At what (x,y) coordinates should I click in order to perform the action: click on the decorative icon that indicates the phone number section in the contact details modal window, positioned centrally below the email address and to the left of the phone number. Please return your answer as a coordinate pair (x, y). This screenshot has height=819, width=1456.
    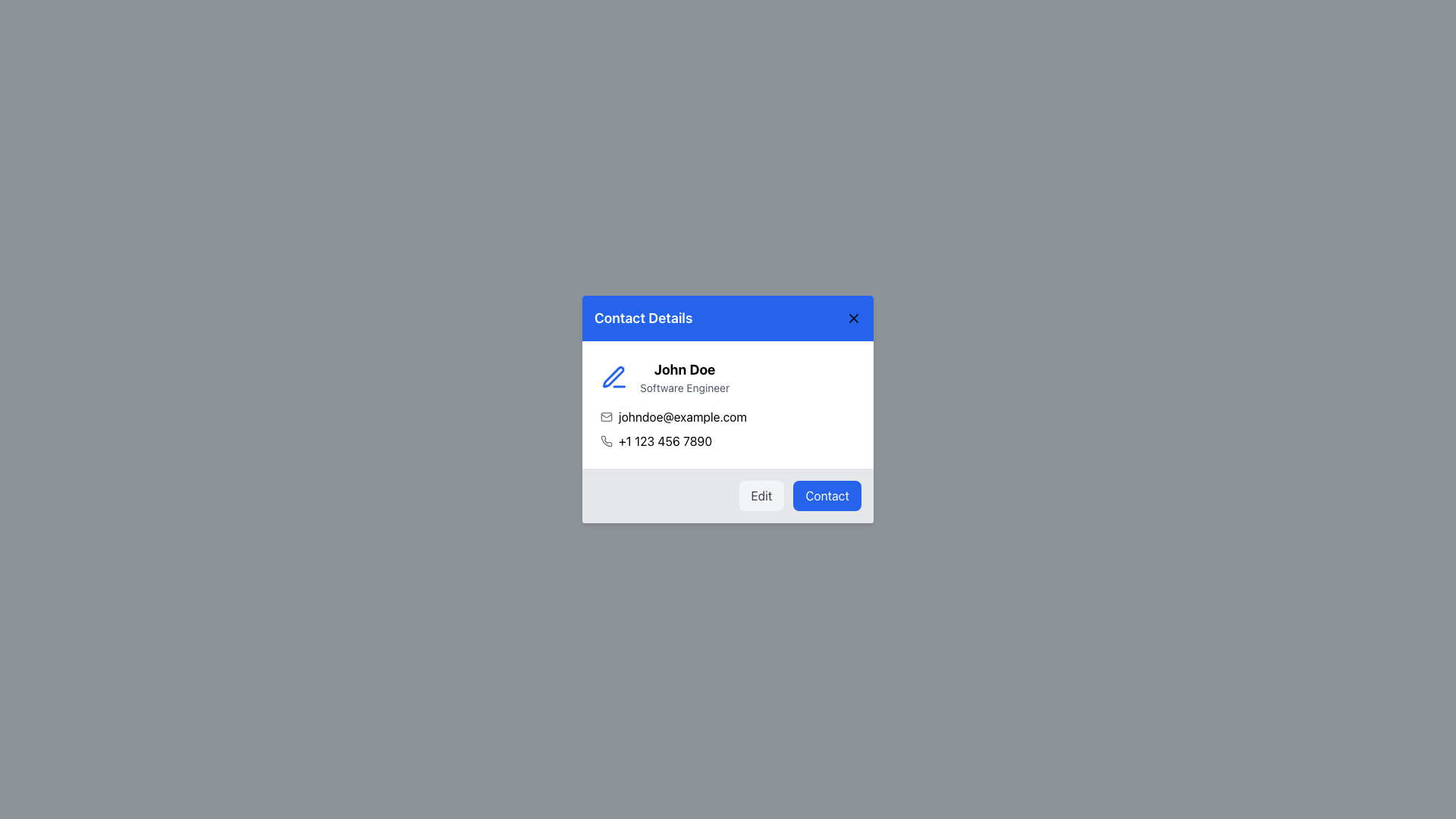
    Looking at the image, I should click on (607, 441).